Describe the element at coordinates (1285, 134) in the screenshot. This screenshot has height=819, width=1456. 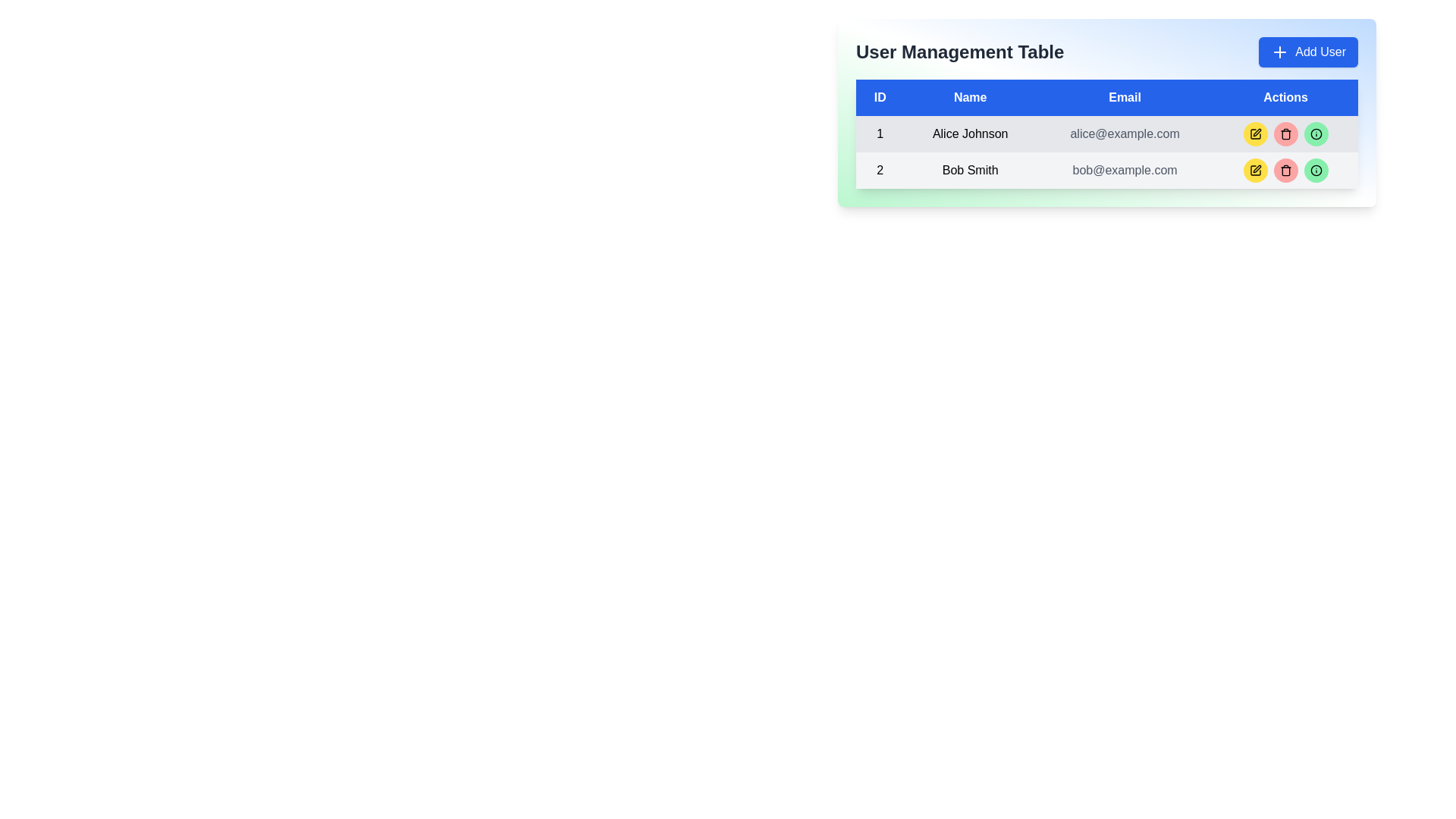
I see `the rectangular body of the trash can icon in the 'Actions' column for user 'Bob Smith' in the second row of the user management table` at that location.